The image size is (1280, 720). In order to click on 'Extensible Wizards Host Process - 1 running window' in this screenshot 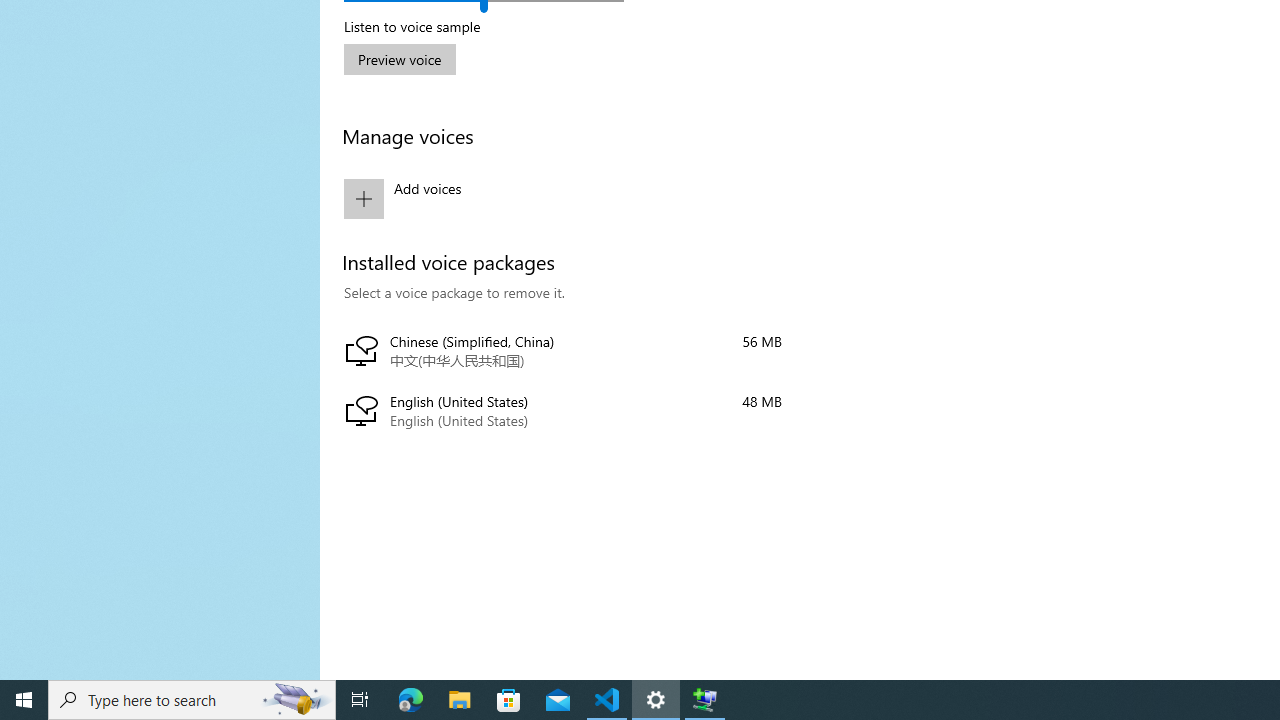, I will do `click(705, 698)`.